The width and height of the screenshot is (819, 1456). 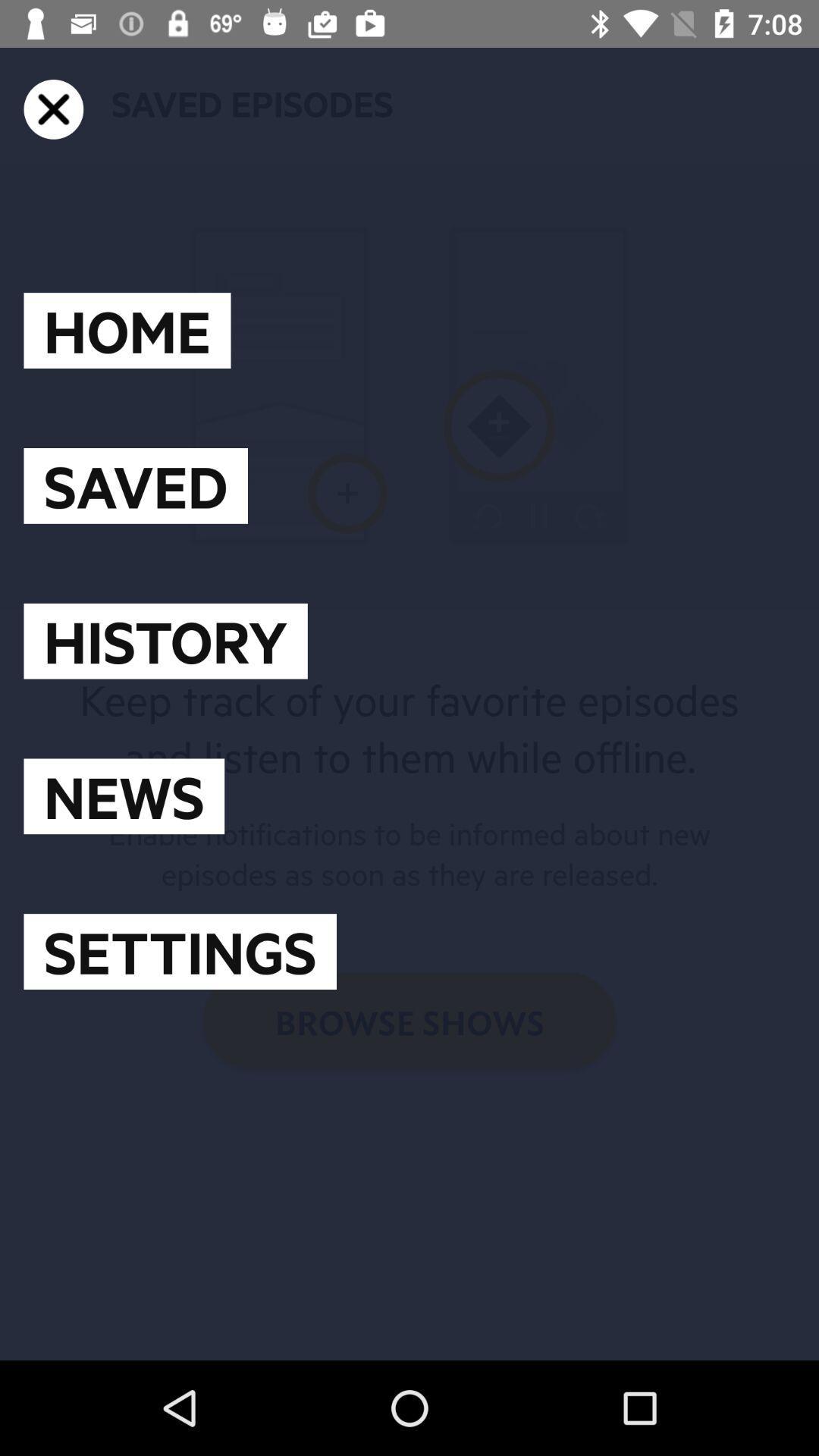 What do you see at coordinates (179, 951) in the screenshot?
I see `item below news` at bounding box center [179, 951].